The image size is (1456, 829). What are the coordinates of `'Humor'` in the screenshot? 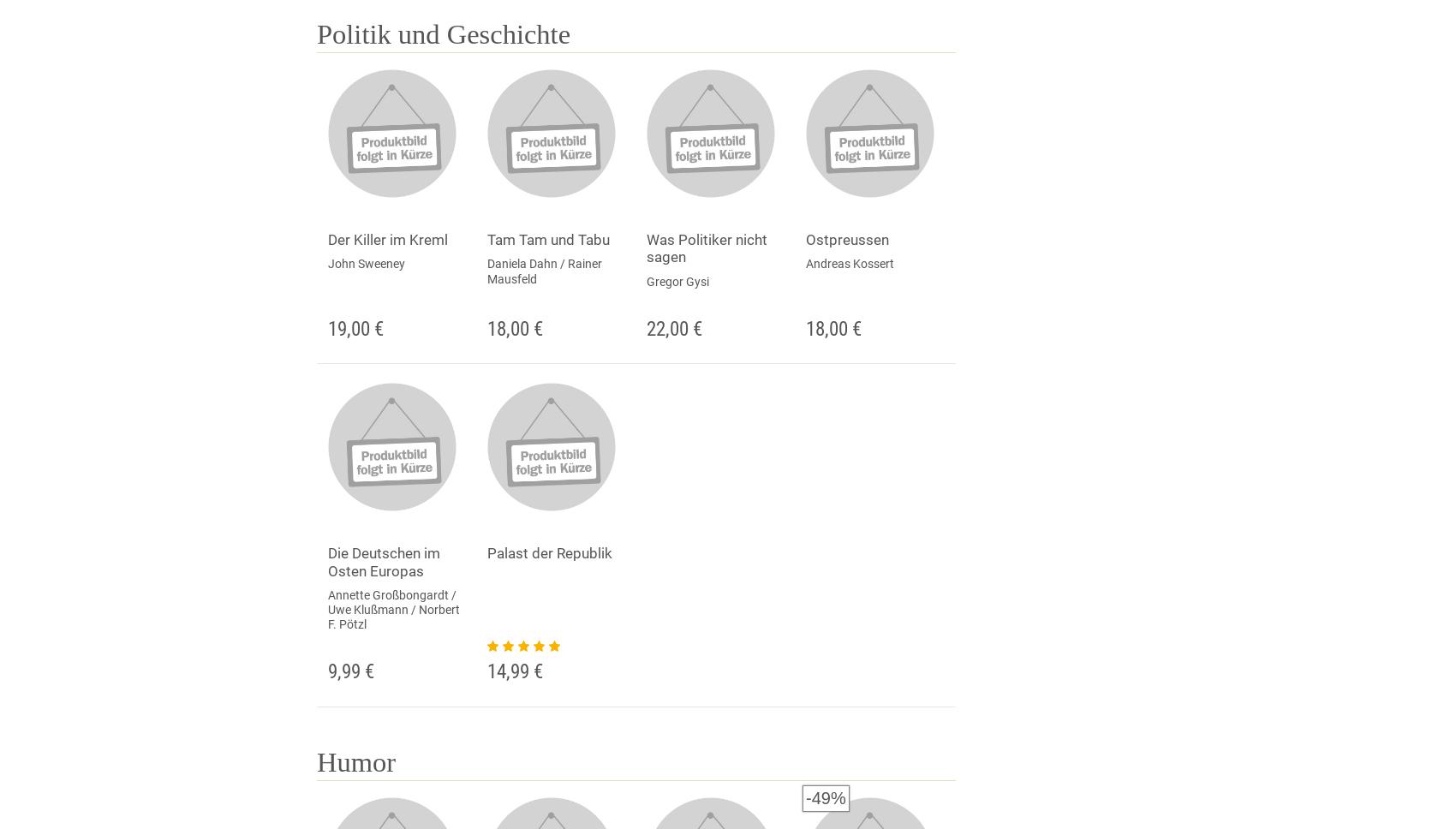 It's located at (355, 761).